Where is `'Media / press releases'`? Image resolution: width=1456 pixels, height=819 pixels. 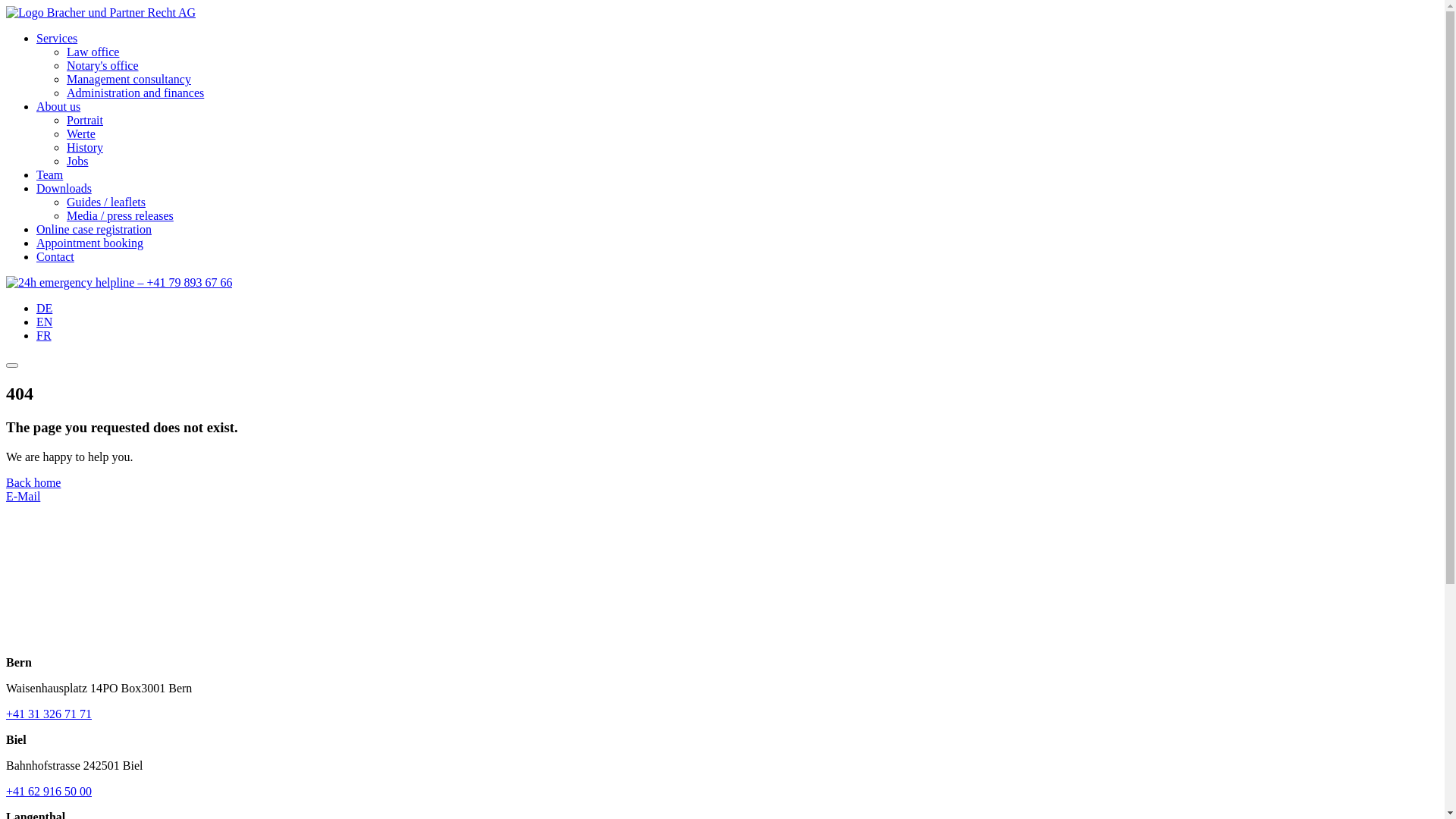
'Media / press releases' is located at coordinates (65, 215).